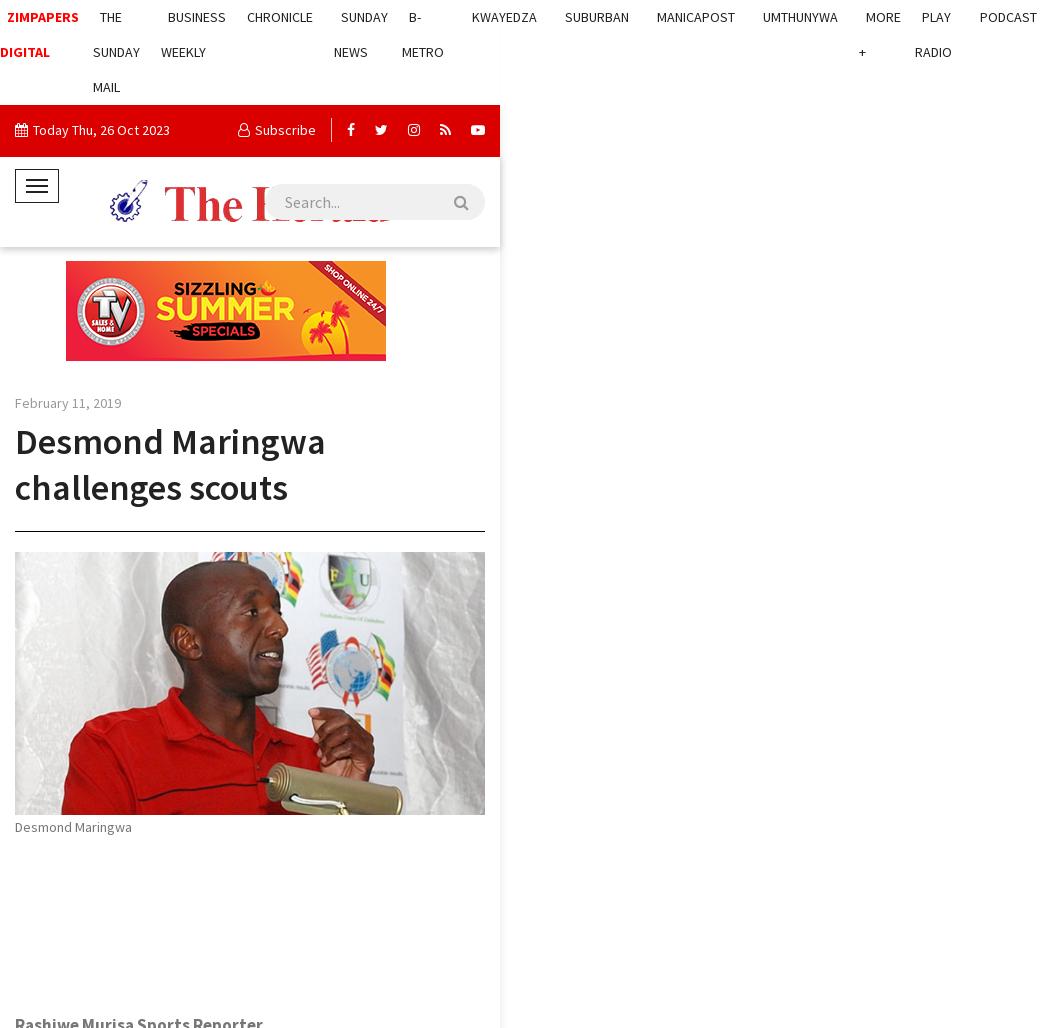 This screenshot has width=1044, height=1028. I want to click on 'The Sunday Mail', so click(93, 52).